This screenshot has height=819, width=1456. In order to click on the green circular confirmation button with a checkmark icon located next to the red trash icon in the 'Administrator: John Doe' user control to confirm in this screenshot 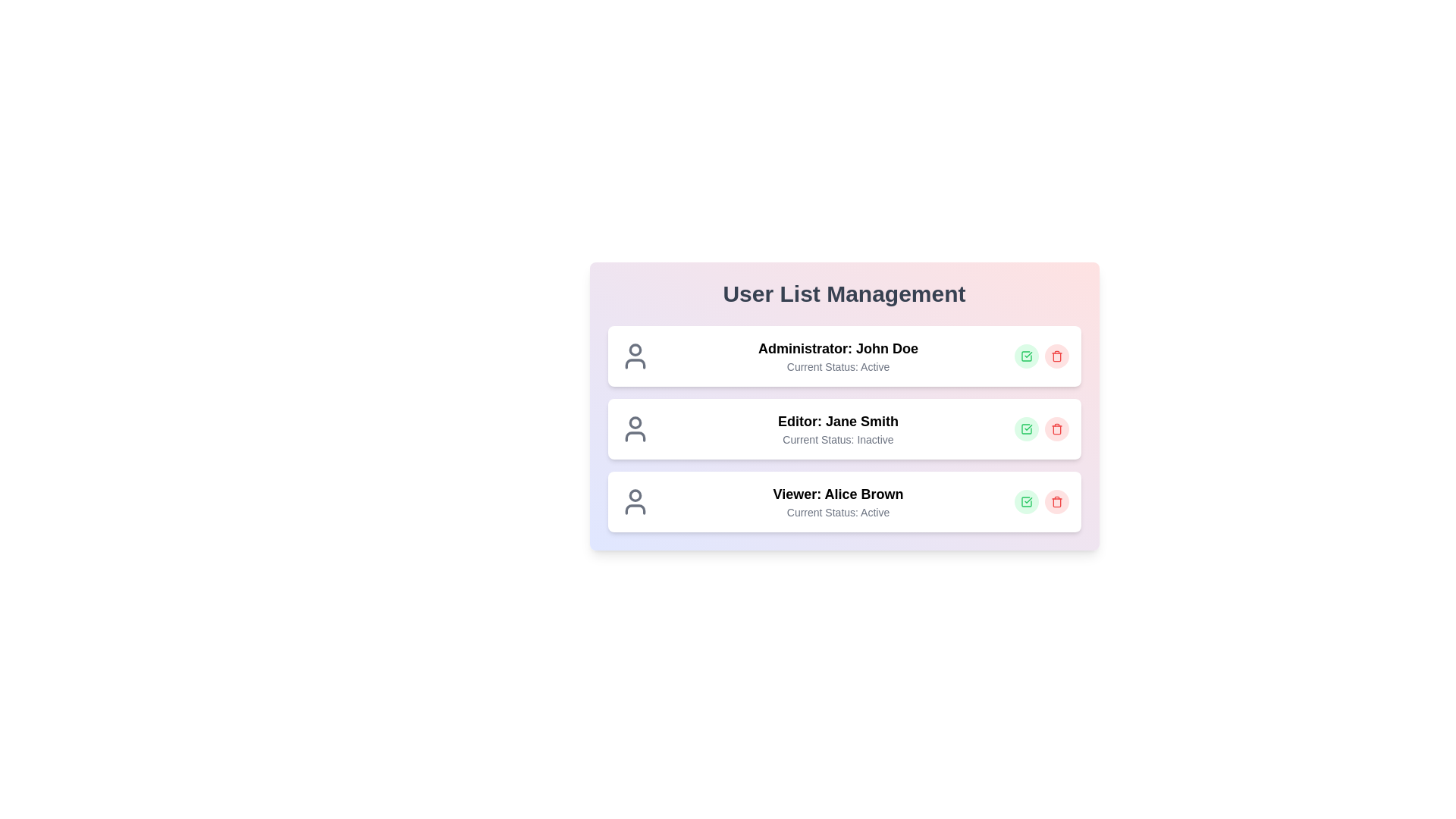, I will do `click(1026, 356)`.